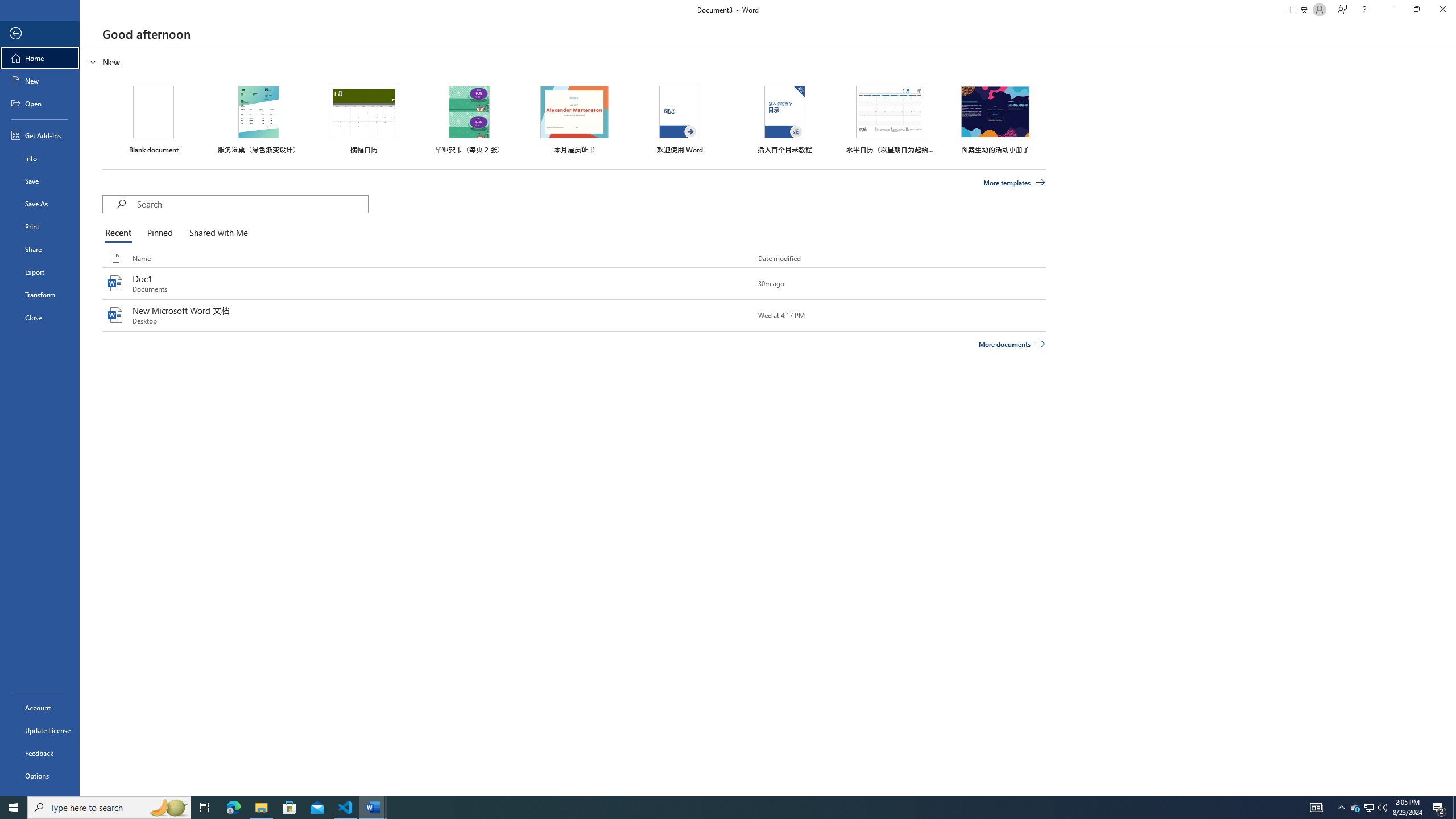  I want to click on 'Class: NetUIScrollBar', so click(1451, 421).